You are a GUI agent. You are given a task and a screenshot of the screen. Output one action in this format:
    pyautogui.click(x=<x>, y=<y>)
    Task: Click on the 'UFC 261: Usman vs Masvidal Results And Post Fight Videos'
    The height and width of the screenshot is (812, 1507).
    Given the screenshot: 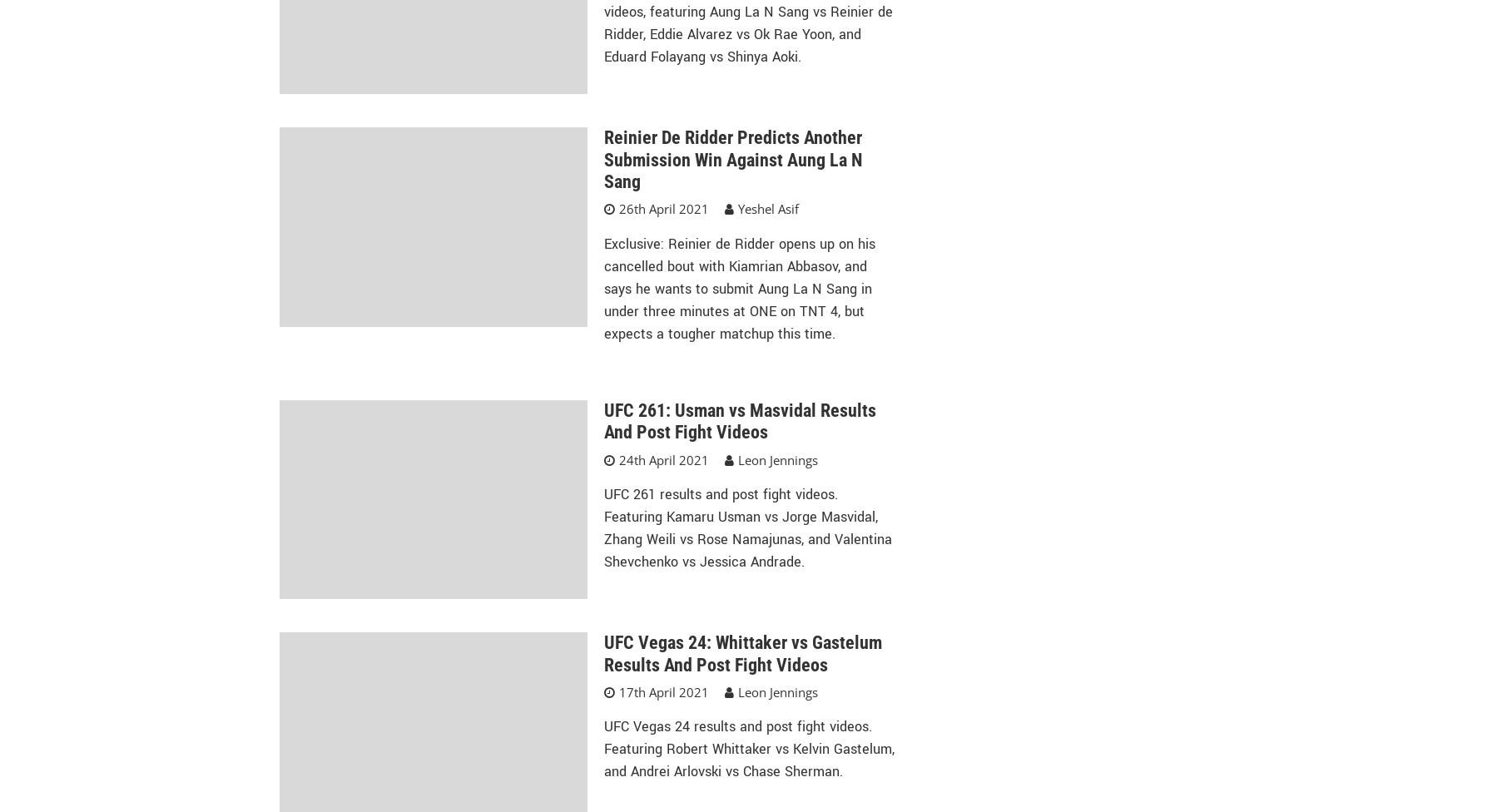 What is the action you would take?
    pyautogui.click(x=739, y=420)
    